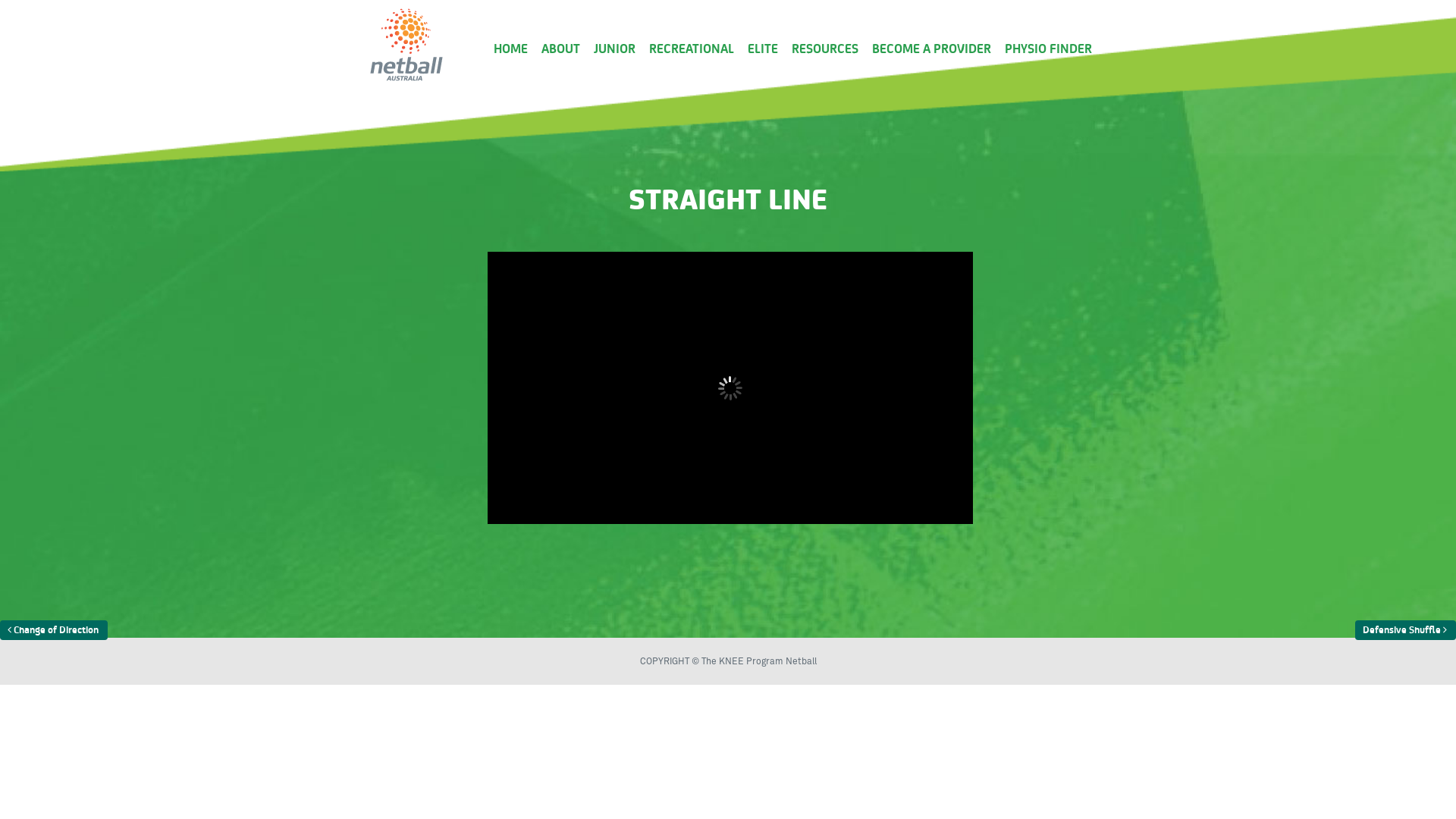 The width and height of the screenshot is (1456, 819). What do you see at coordinates (734, 48) in the screenshot?
I see `'ELITE'` at bounding box center [734, 48].